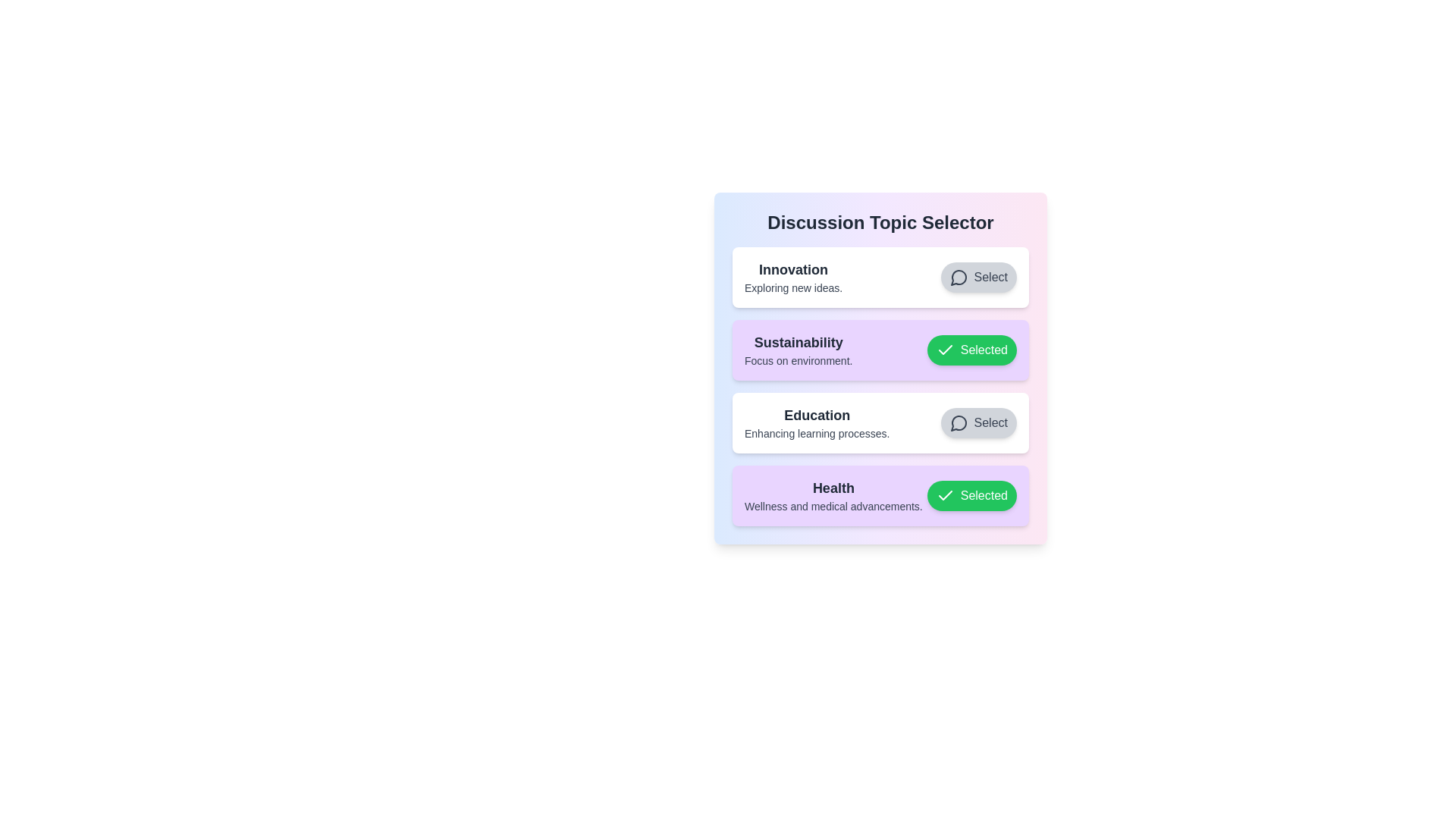 Image resolution: width=1456 pixels, height=819 pixels. Describe the element at coordinates (971, 496) in the screenshot. I see `the topic Health` at that location.